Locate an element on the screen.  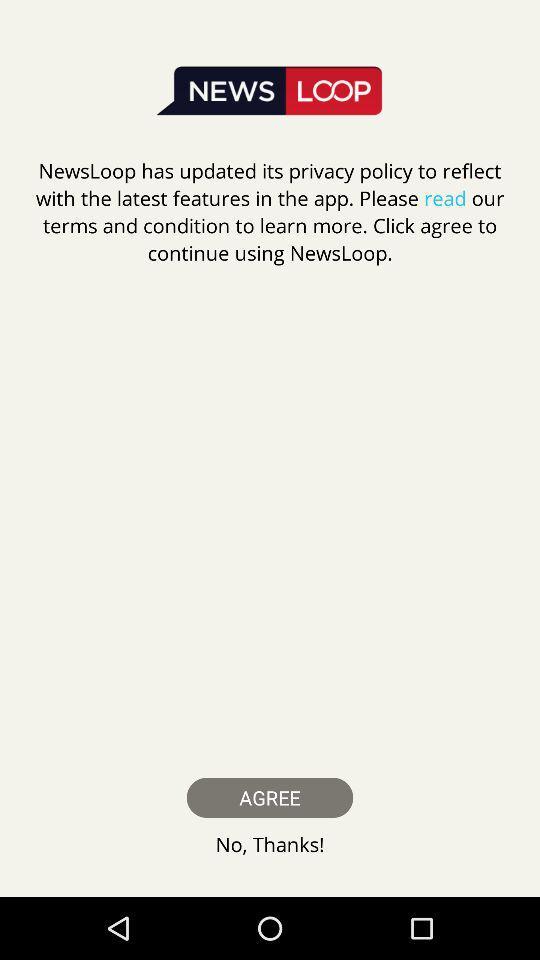
newsloop has updated item is located at coordinates (270, 211).